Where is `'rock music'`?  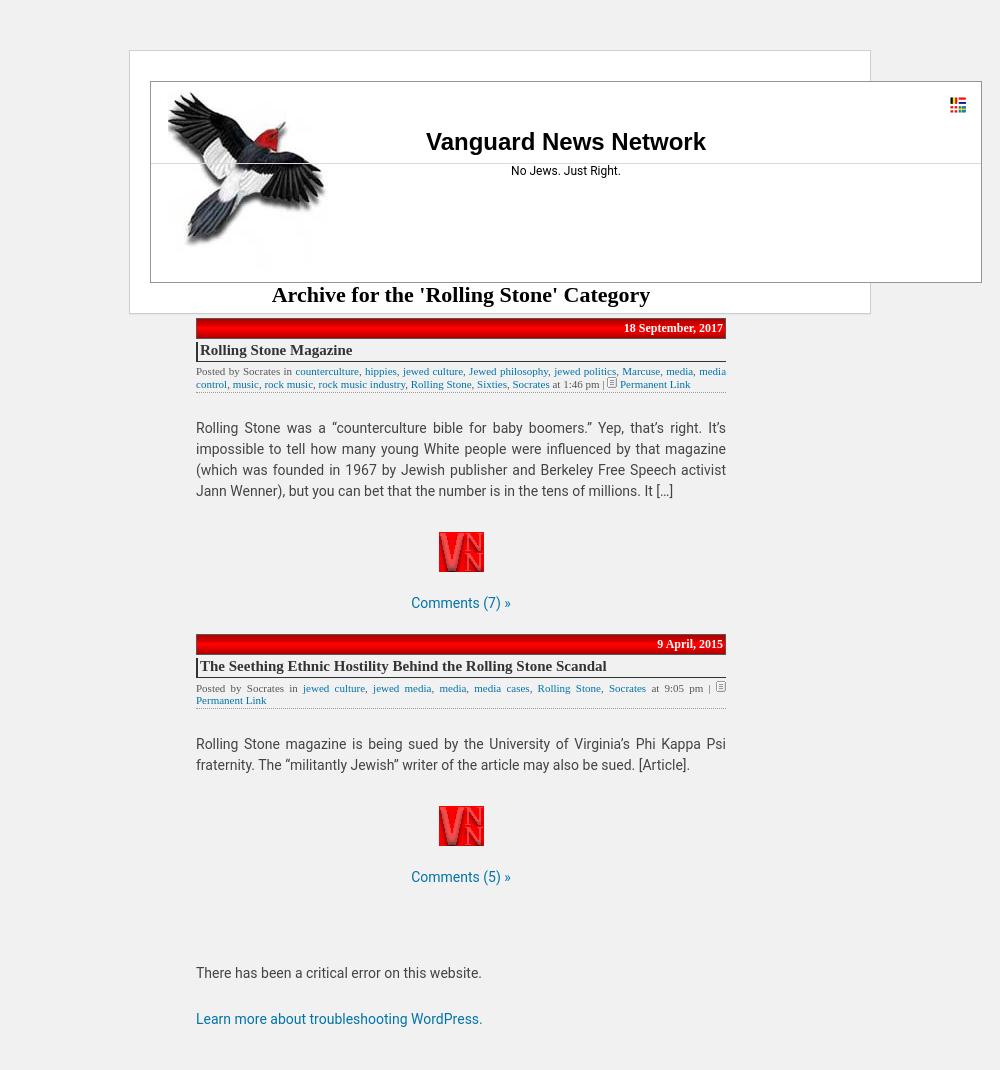
'rock music' is located at coordinates (264, 383).